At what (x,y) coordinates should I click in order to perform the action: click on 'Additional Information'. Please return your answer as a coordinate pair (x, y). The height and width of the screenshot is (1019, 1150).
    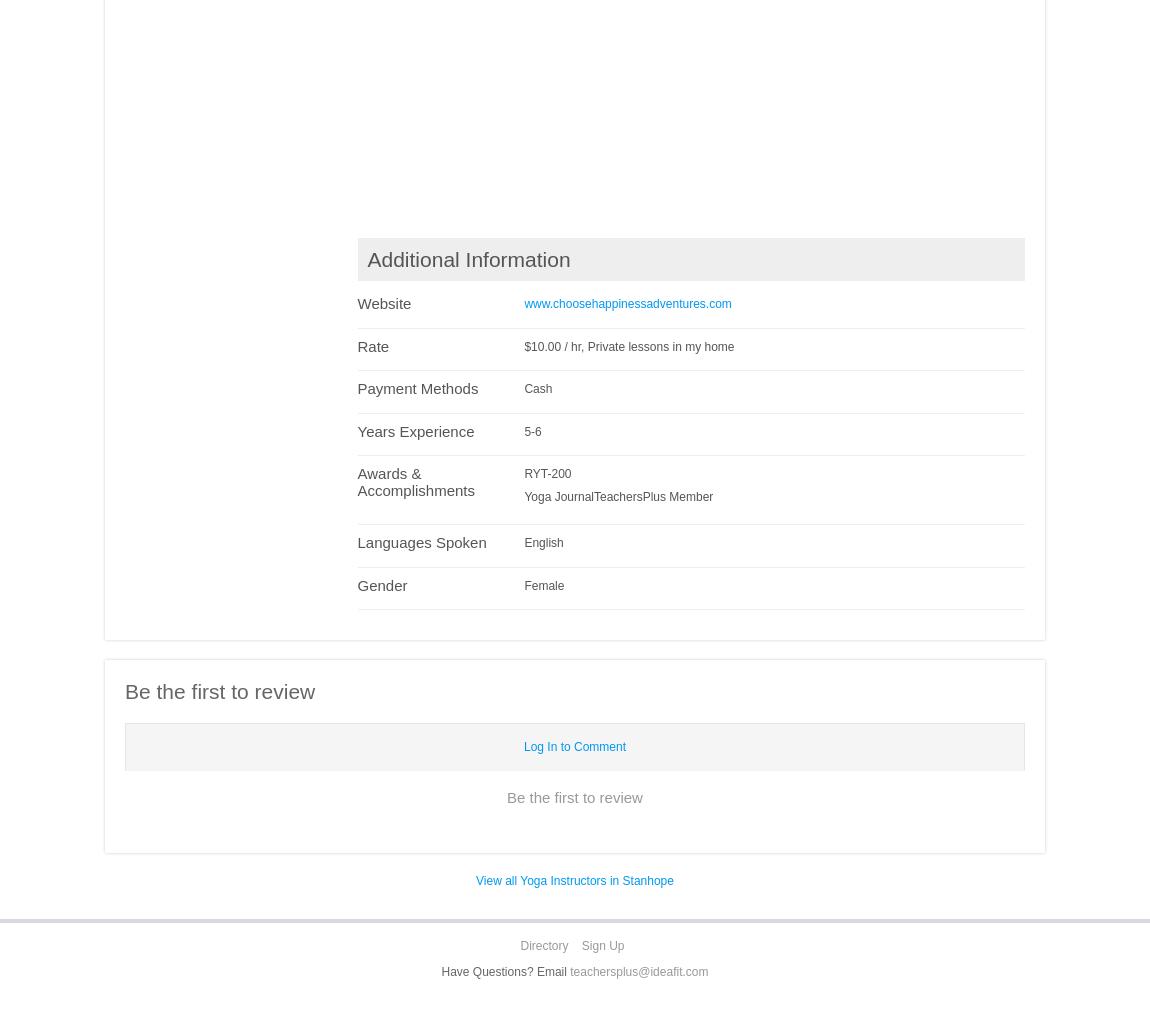
    Looking at the image, I should click on (468, 259).